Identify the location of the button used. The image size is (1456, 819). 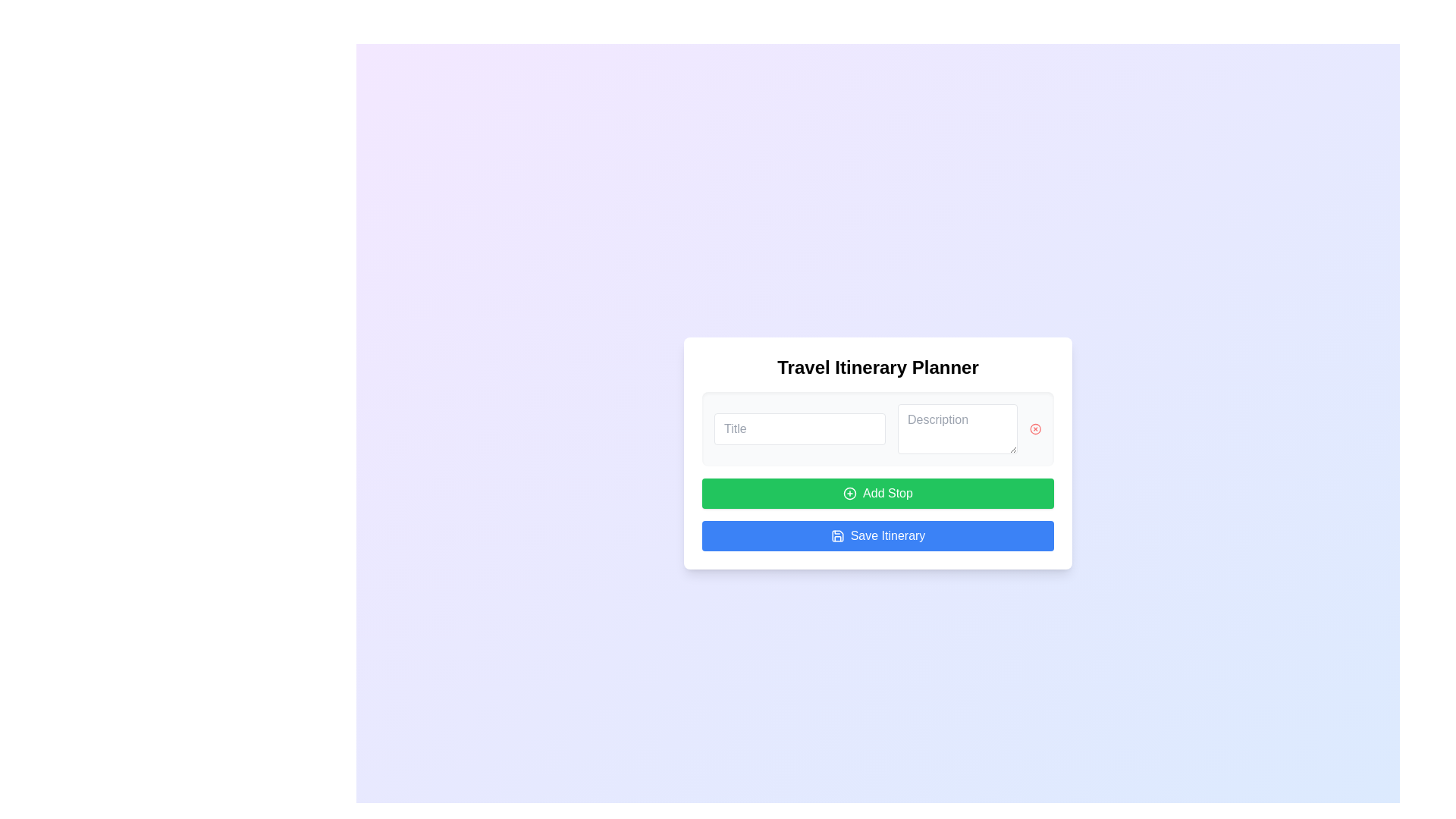
(877, 494).